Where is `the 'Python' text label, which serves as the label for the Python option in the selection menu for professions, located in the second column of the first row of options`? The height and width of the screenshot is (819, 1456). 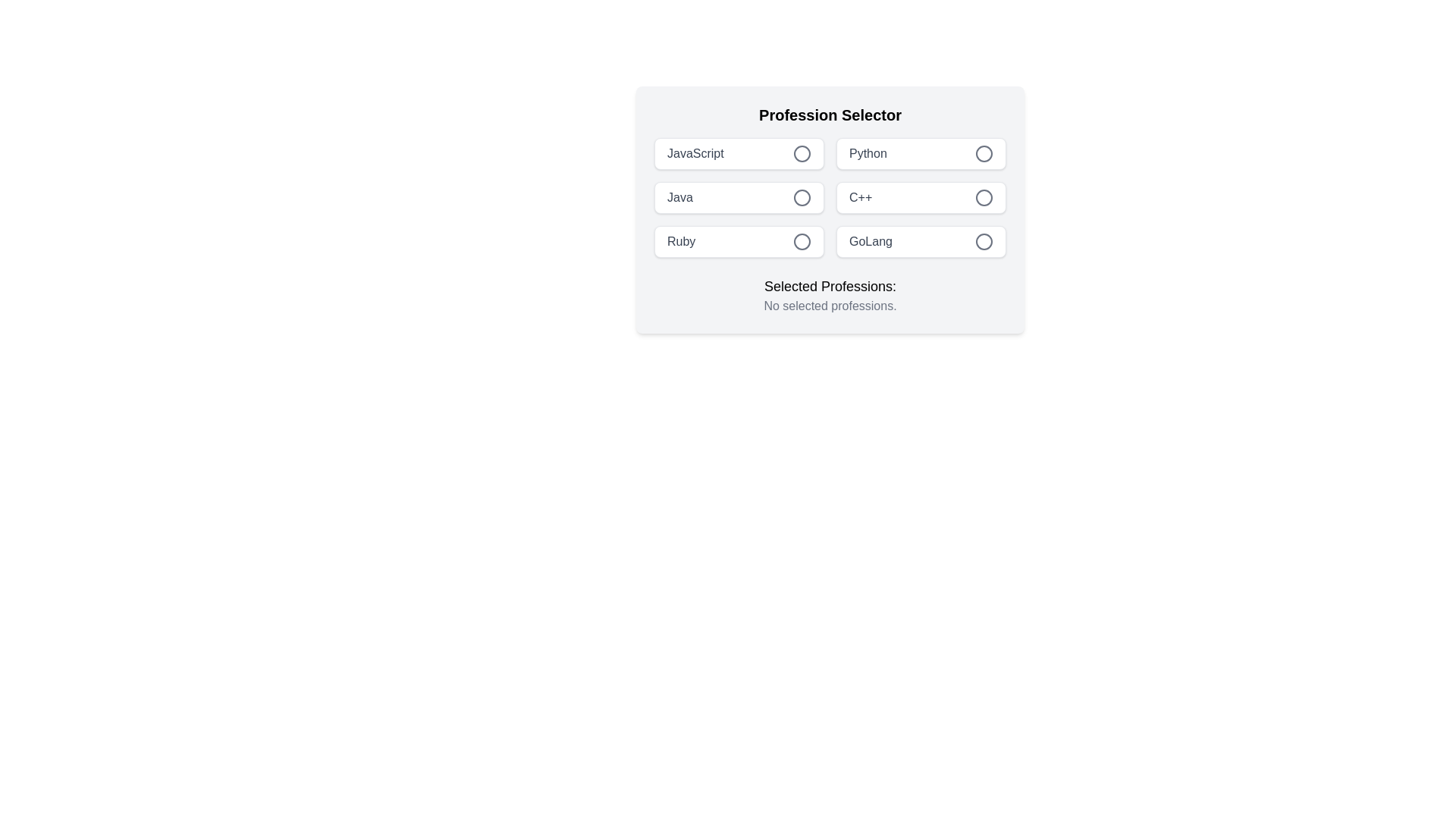
the 'Python' text label, which serves as the label for the Python option in the selection menu for professions, located in the second column of the first row of options is located at coordinates (868, 154).